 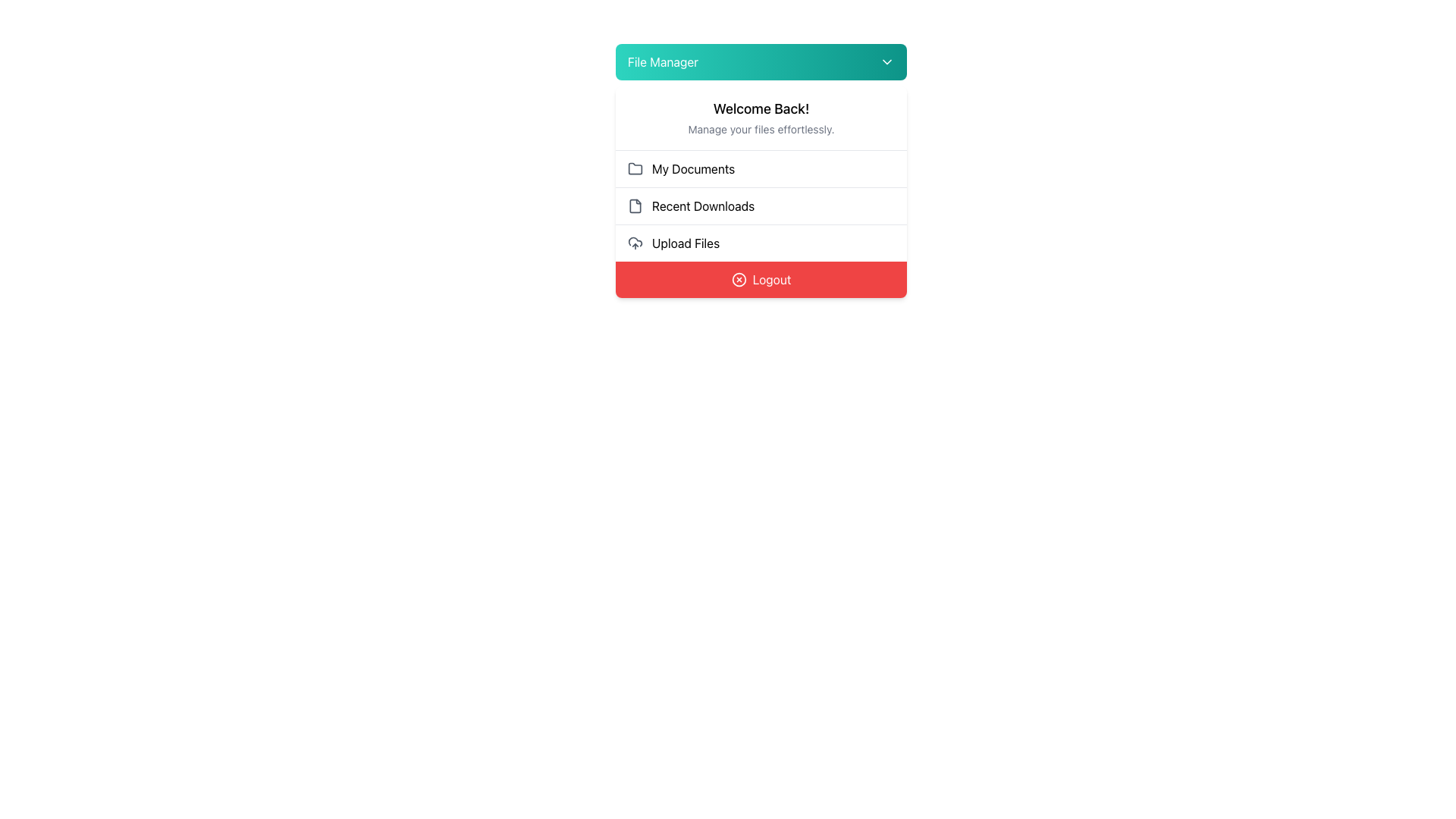 I want to click on the 'Upload Files' text label, which is part of a vertical menu structure and located below the 'Recent Downloads' item, featuring a sans-serif font and an icon to its left, so click(x=685, y=242).